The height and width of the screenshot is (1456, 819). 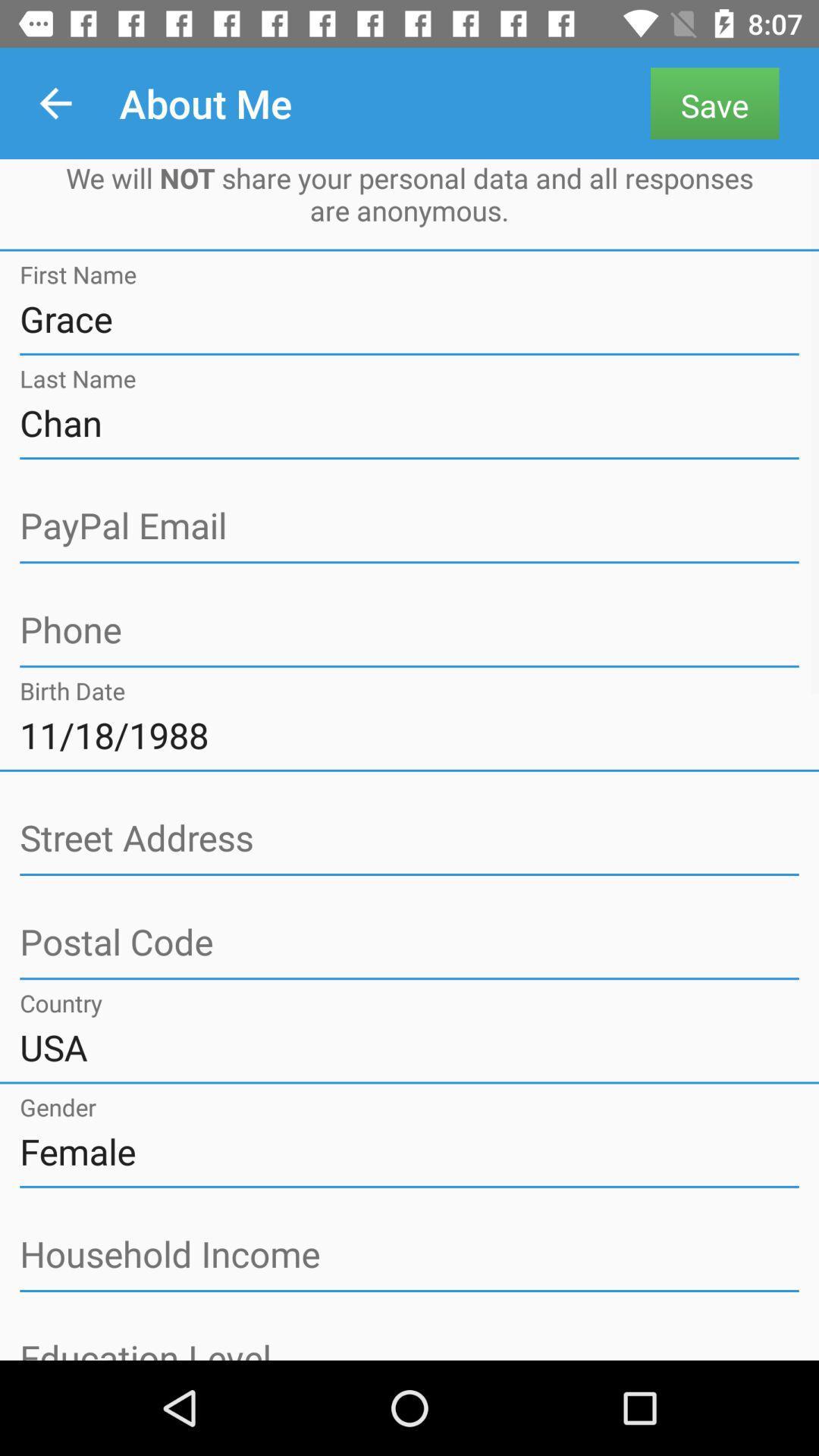 What do you see at coordinates (409, 1348) in the screenshot?
I see `digit the education level` at bounding box center [409, 1348].